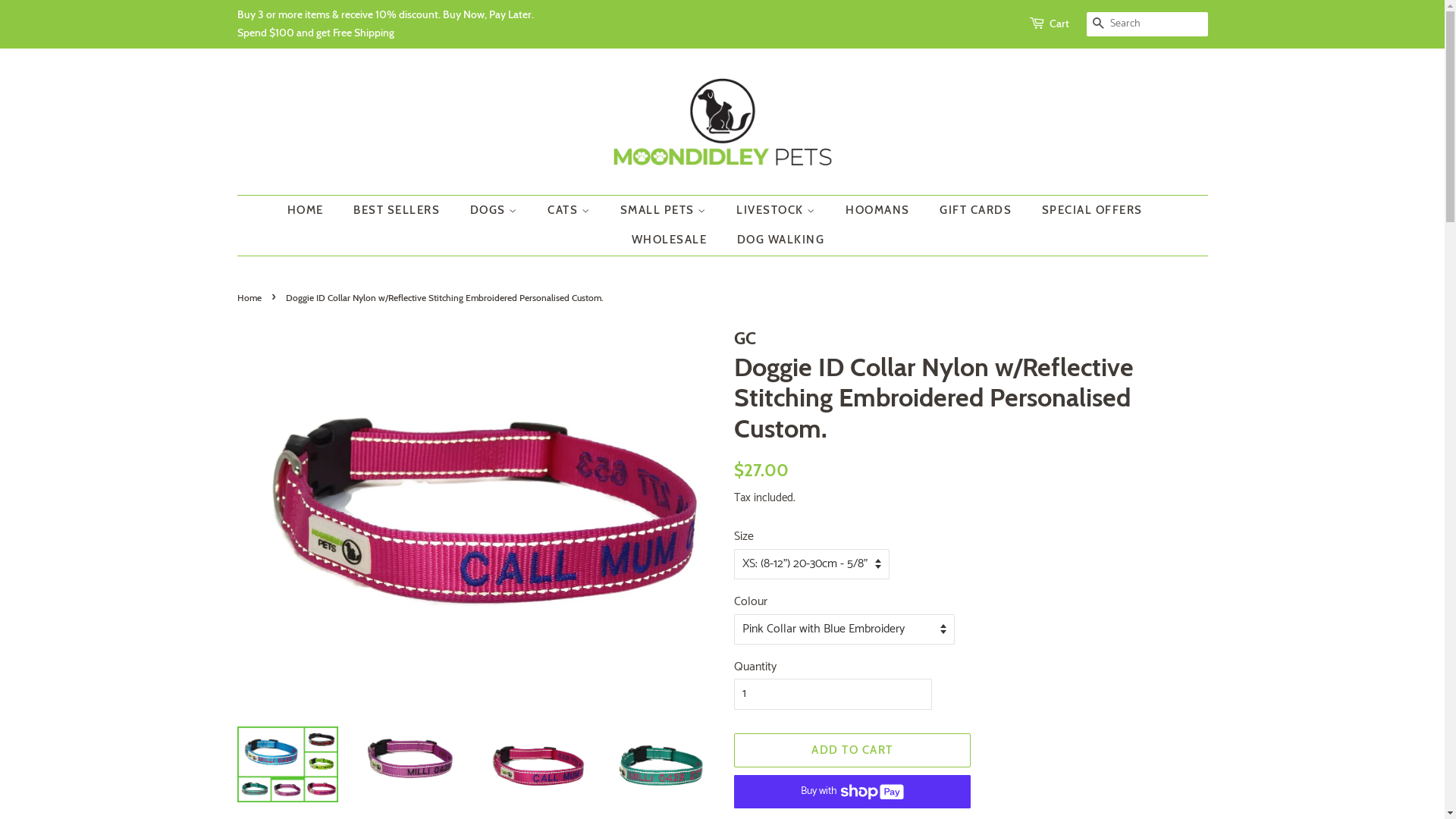  Describe the element at coordinates (664, 210) in the screenshot. I see `'SMALL PETS'` at that location.